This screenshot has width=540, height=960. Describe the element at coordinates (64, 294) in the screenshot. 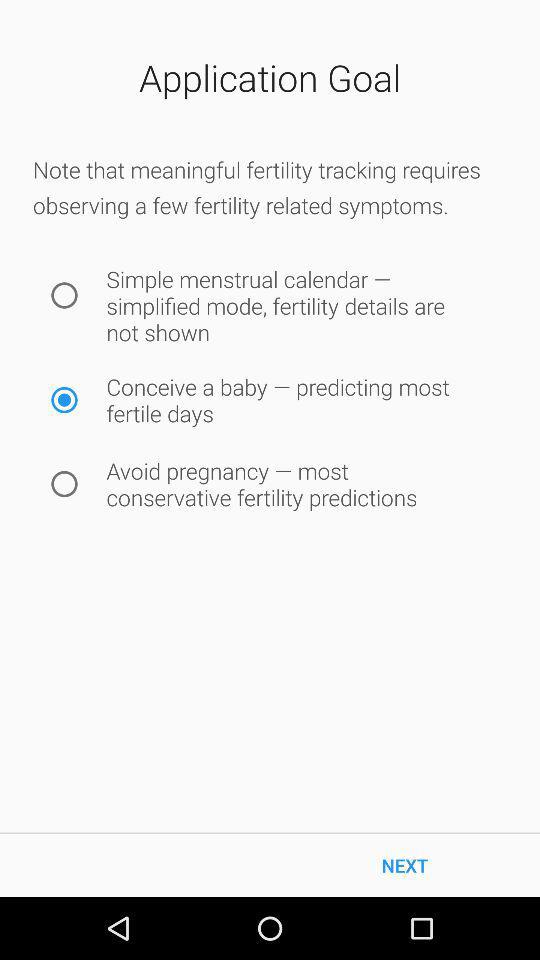

I see `response` at that location.